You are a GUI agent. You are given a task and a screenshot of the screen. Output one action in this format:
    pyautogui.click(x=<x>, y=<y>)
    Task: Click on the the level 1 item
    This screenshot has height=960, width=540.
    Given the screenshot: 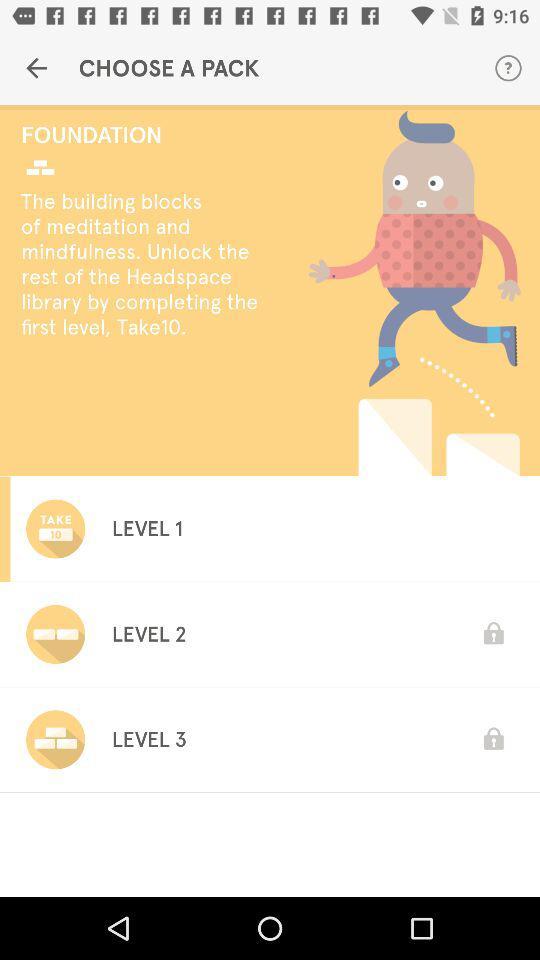 What is the action you would take?
    pyautogui.click(x=146, y=527)
    